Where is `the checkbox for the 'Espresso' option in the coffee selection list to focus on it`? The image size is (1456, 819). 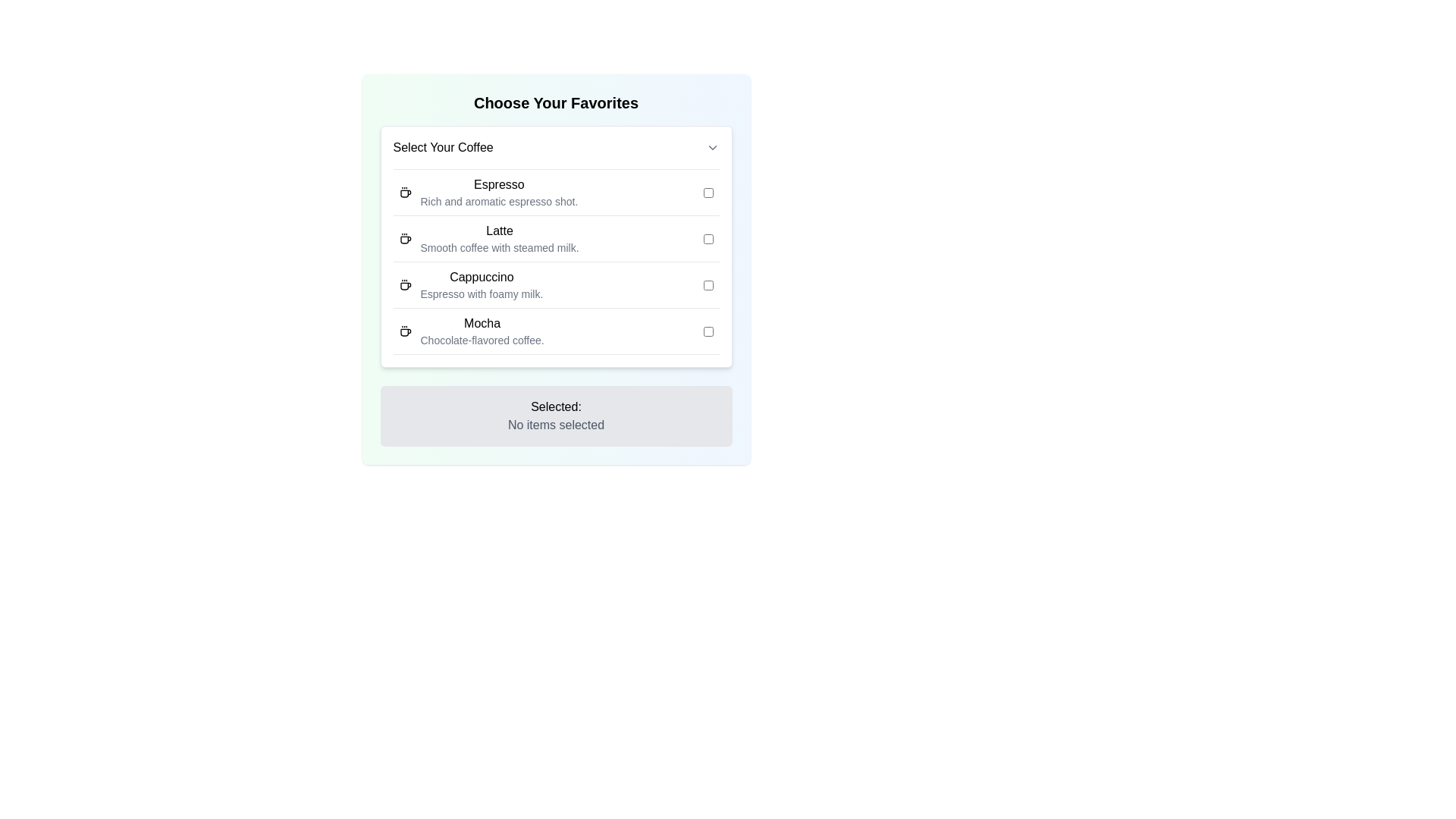
the checkbox for the 'Espresso' option in the coffee selection list to focus on it is located at coordinates (708, 192).